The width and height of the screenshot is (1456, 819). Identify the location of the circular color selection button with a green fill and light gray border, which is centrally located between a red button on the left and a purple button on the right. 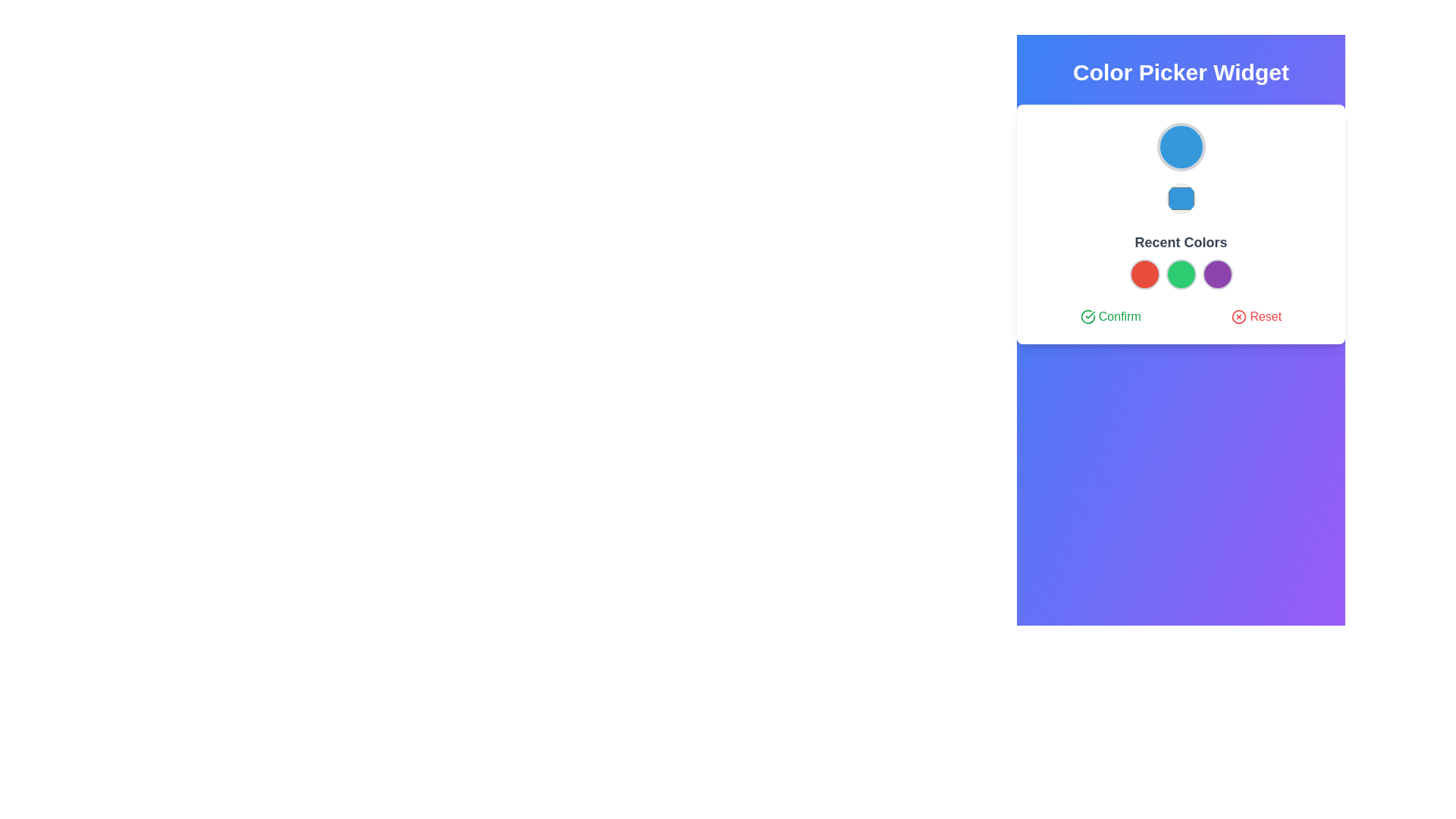
(1180, 275).